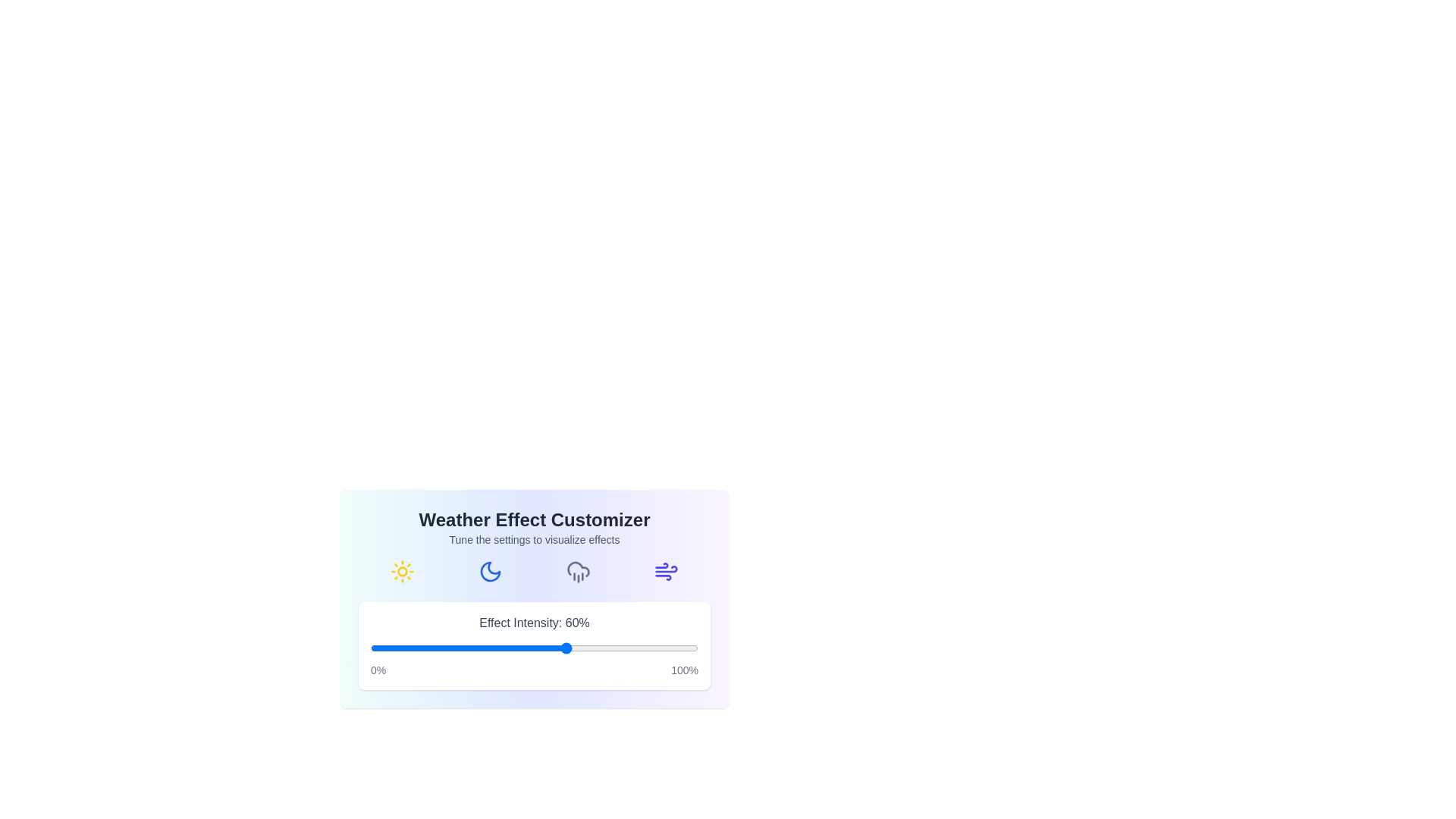 The width and height of the screenshot is (1456, 819). What do you see at coordinates (599, 648) in the screenshot?
I see `the effect intensity` at bounding box center [599, 648].